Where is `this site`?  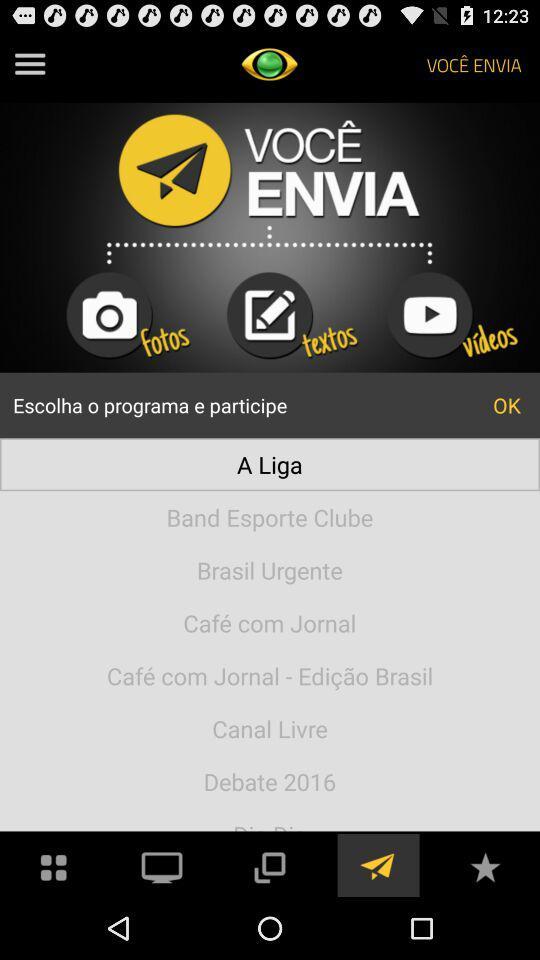
this site is located at coordinates (484, 864).